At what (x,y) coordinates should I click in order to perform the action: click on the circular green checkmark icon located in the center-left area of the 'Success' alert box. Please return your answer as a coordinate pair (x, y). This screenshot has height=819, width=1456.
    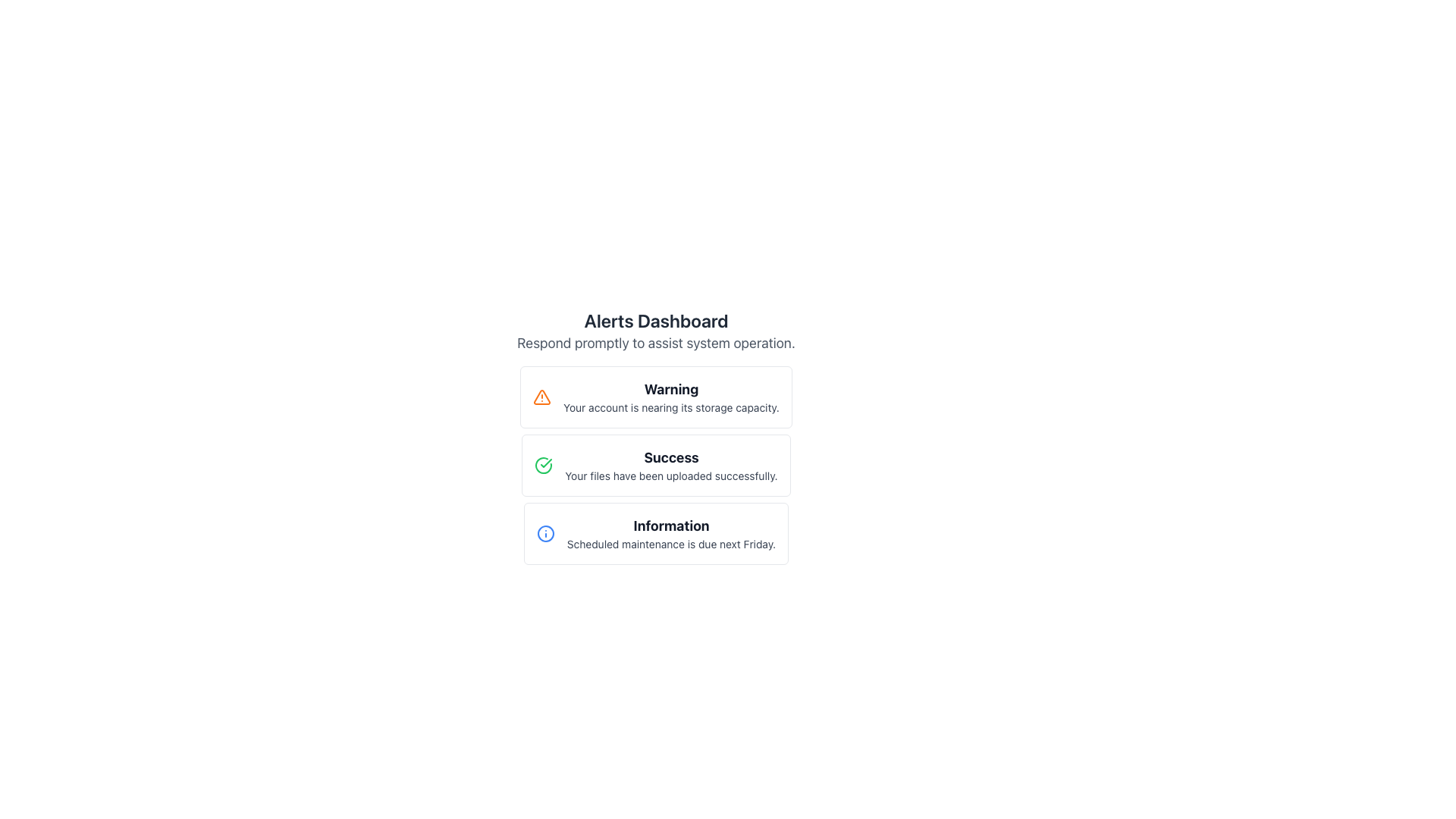
    Looking at the image, I should click on (544, 464).